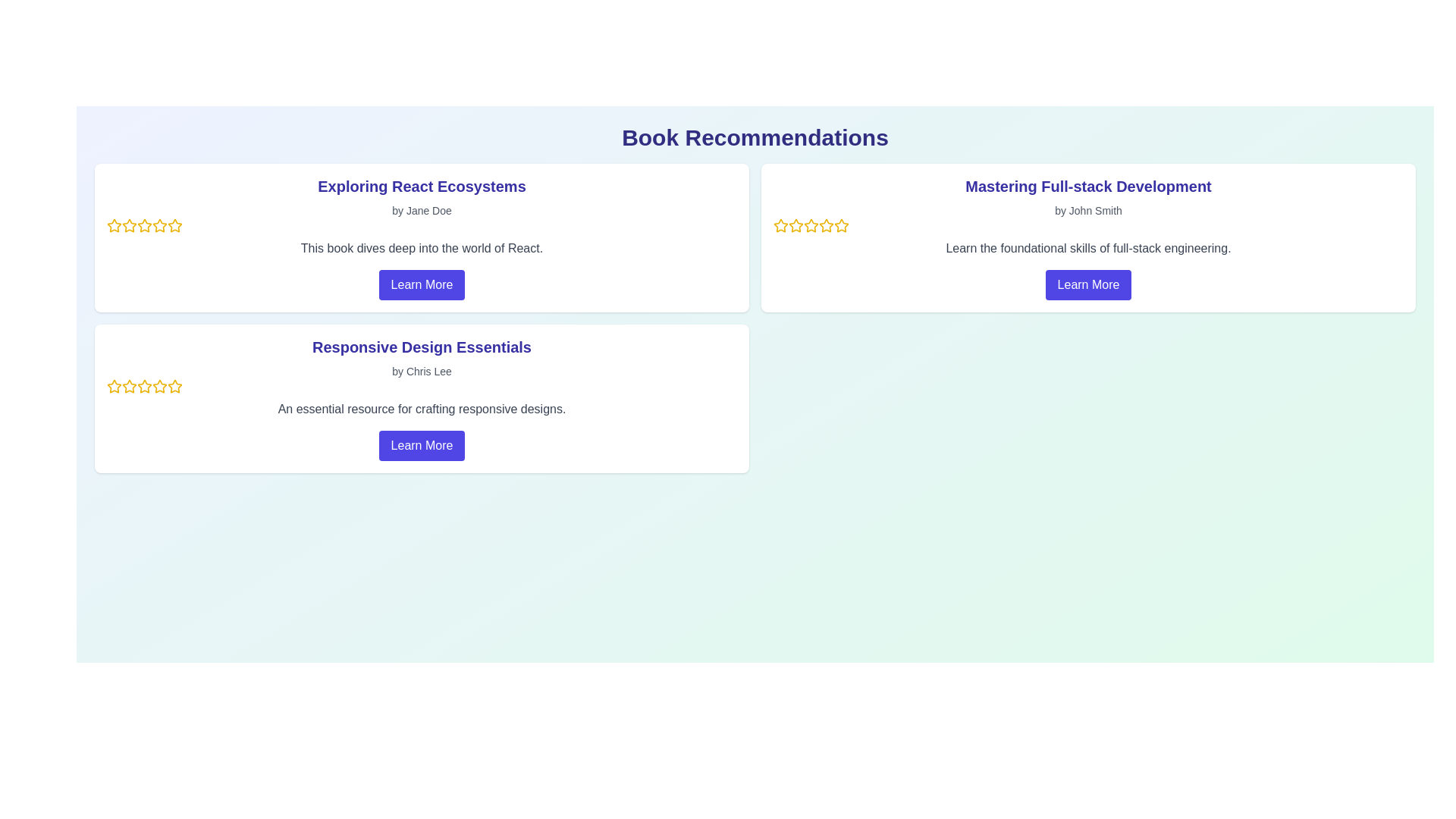 Image resolution: width=1456 pixels, height=819 pixels. Describe the element at coordinates (174, 225) in the screenshot. I see `the fourth rating star icon, which is a hollow yellow-bordered star representing an unselected rating for the item 'Exploring React Ecosystems'` at that location.